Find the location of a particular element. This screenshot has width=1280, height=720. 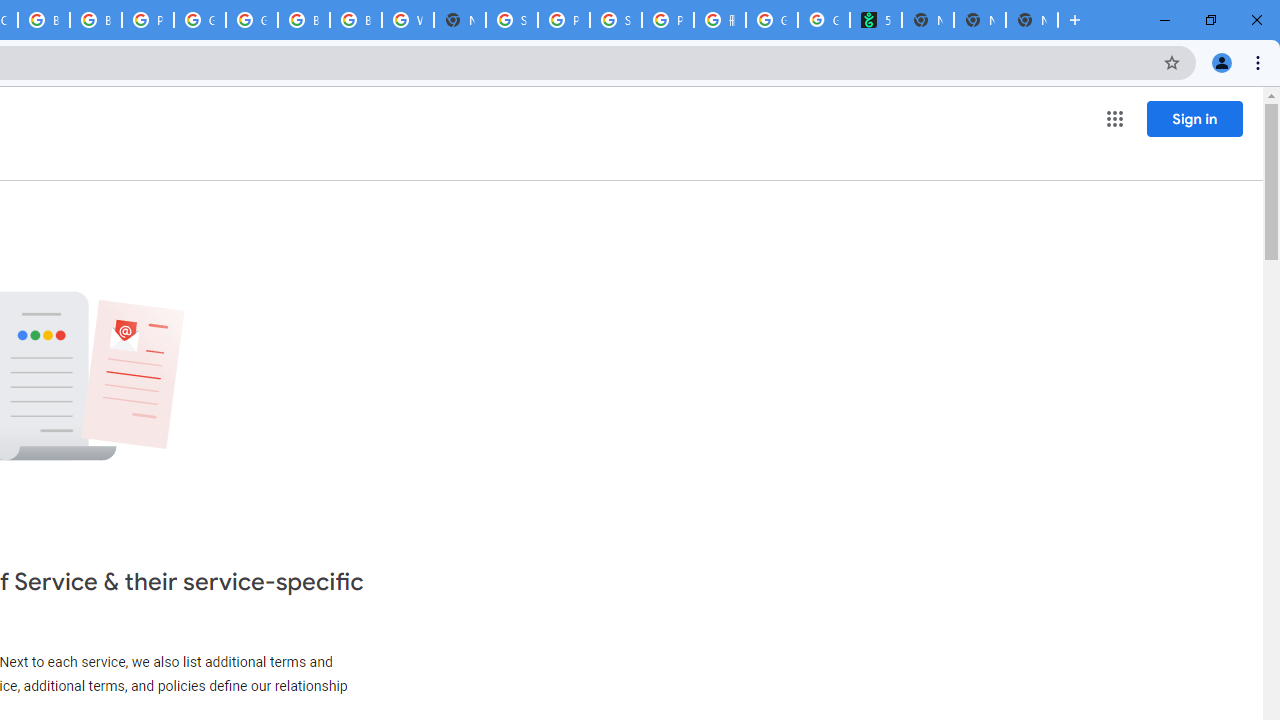

'New Tab' is located at coordinates (1074, 20).